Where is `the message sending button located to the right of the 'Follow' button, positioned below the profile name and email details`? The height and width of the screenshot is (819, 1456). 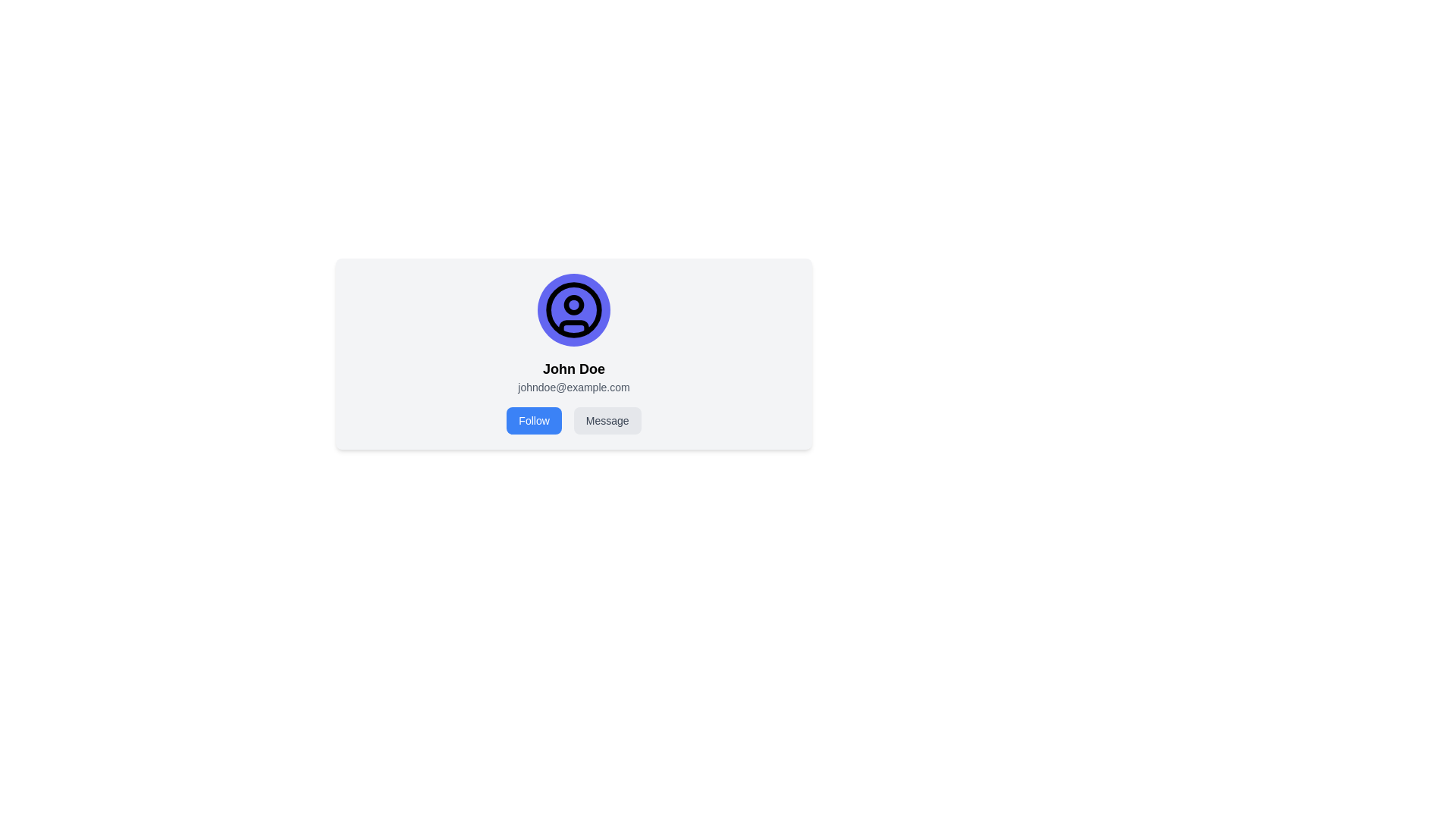 the message sending button located to the right of the 'Follow' button, positioned below the profile name and email details is located at coordinates (607, 421).